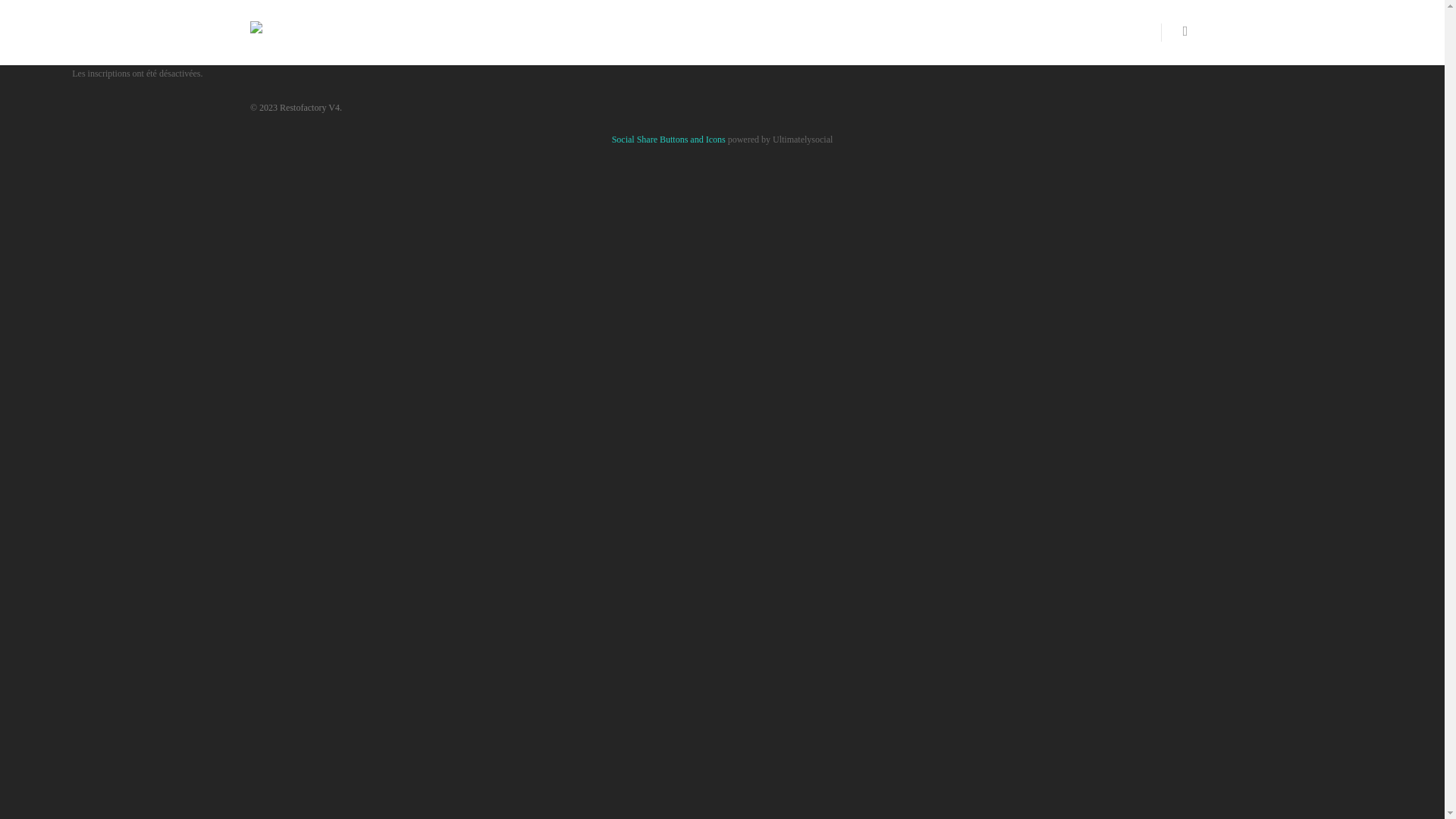 The image size is (1456, 819). I want to click on 'Social Share Buttons and Icons', so click(668, 140).